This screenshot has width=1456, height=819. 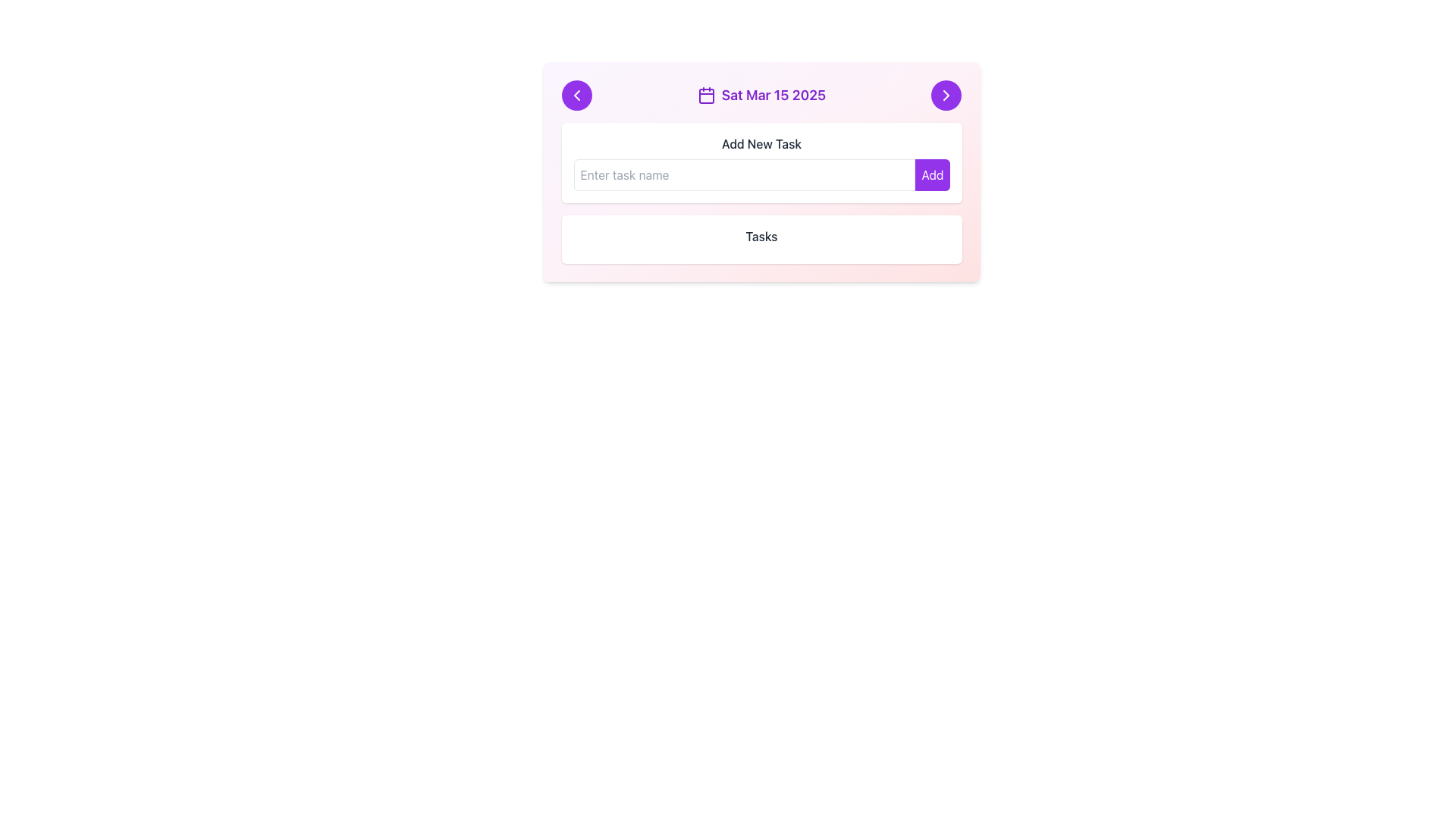 What do you see at coordinates (946, 96) in the screenshot?
I see `the navigational chevron icon located inside a circular purple button in the top right corner of the interface` at bounding box center [946, 96].